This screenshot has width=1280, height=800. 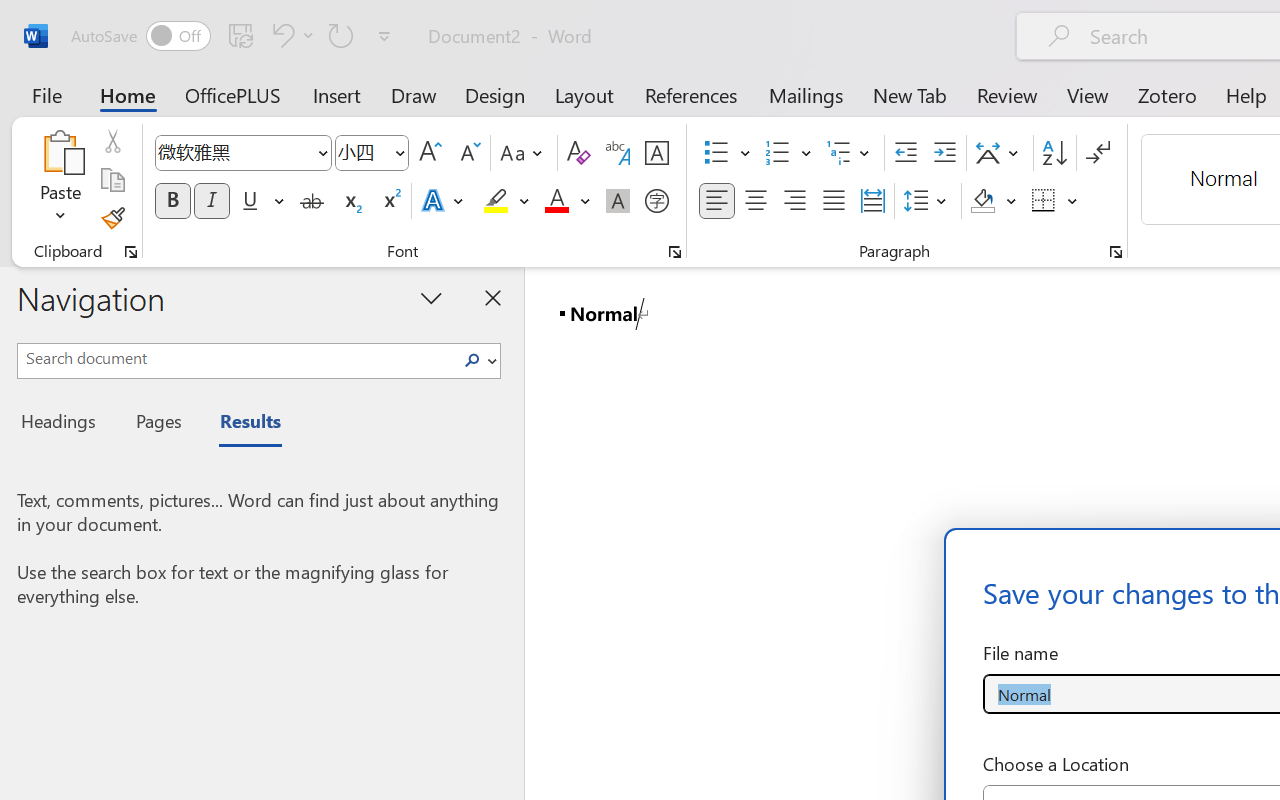 What do you see at coordinates (471, 360) in the screenshot?
I see `'Search'` at bounding box center [471, 360].